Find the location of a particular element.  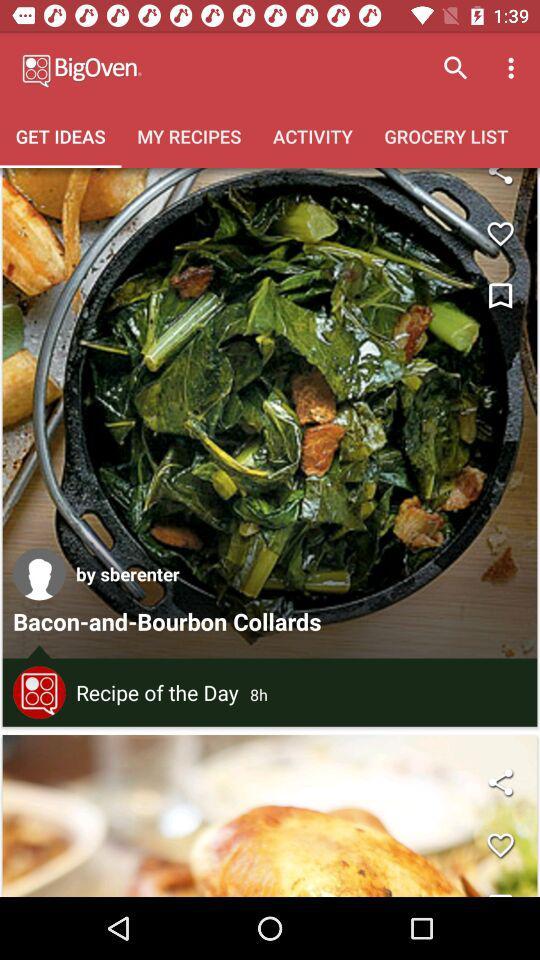

make favorite is located at coordinates (499, 844).